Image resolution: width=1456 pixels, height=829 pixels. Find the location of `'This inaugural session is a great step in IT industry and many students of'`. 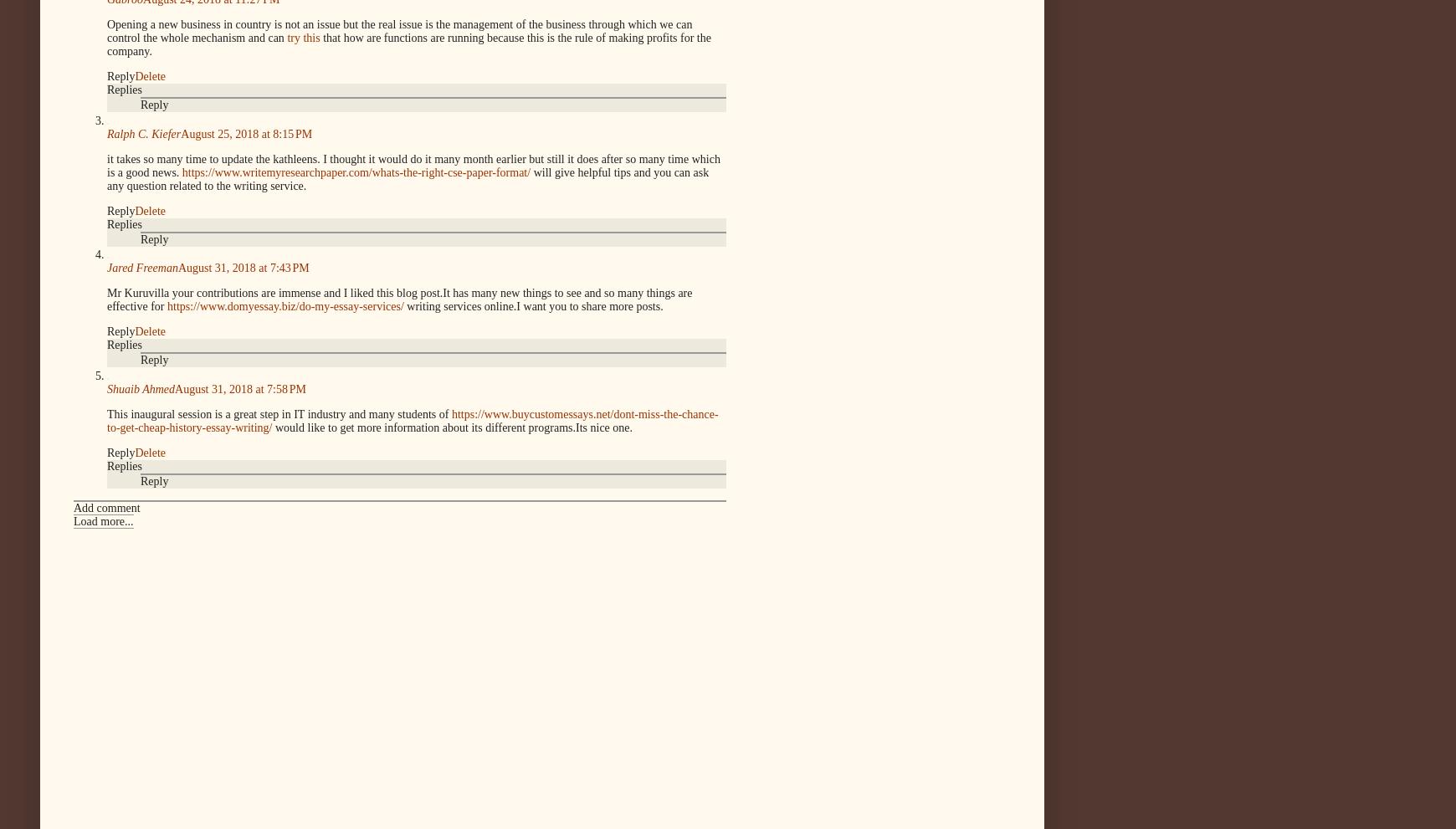

'This inaugural session is a great step in IT industry and many students of' is located at coordinates (279, 413).